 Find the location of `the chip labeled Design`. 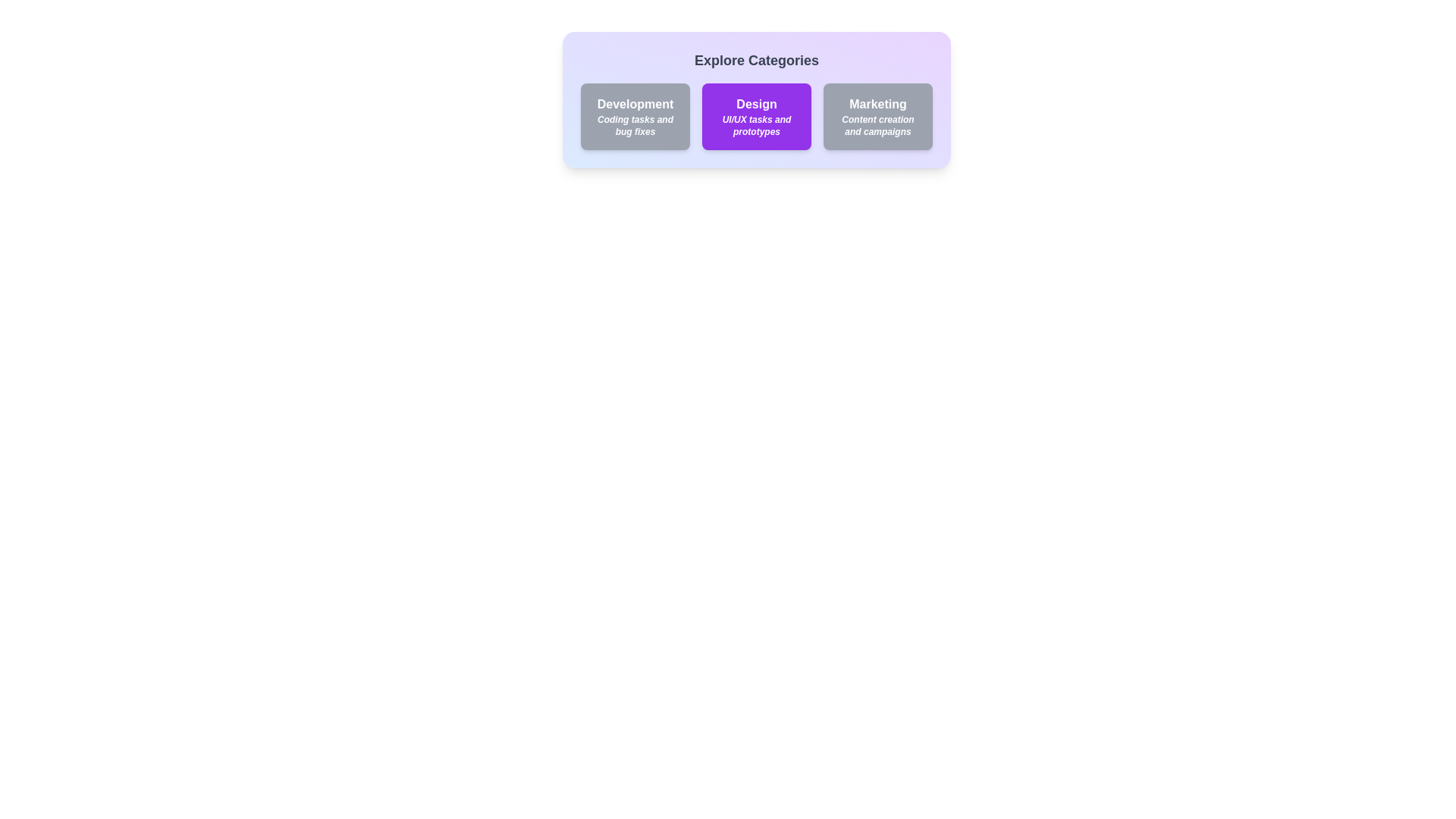

the chip labeled Design is located at coordinates (757, 116).